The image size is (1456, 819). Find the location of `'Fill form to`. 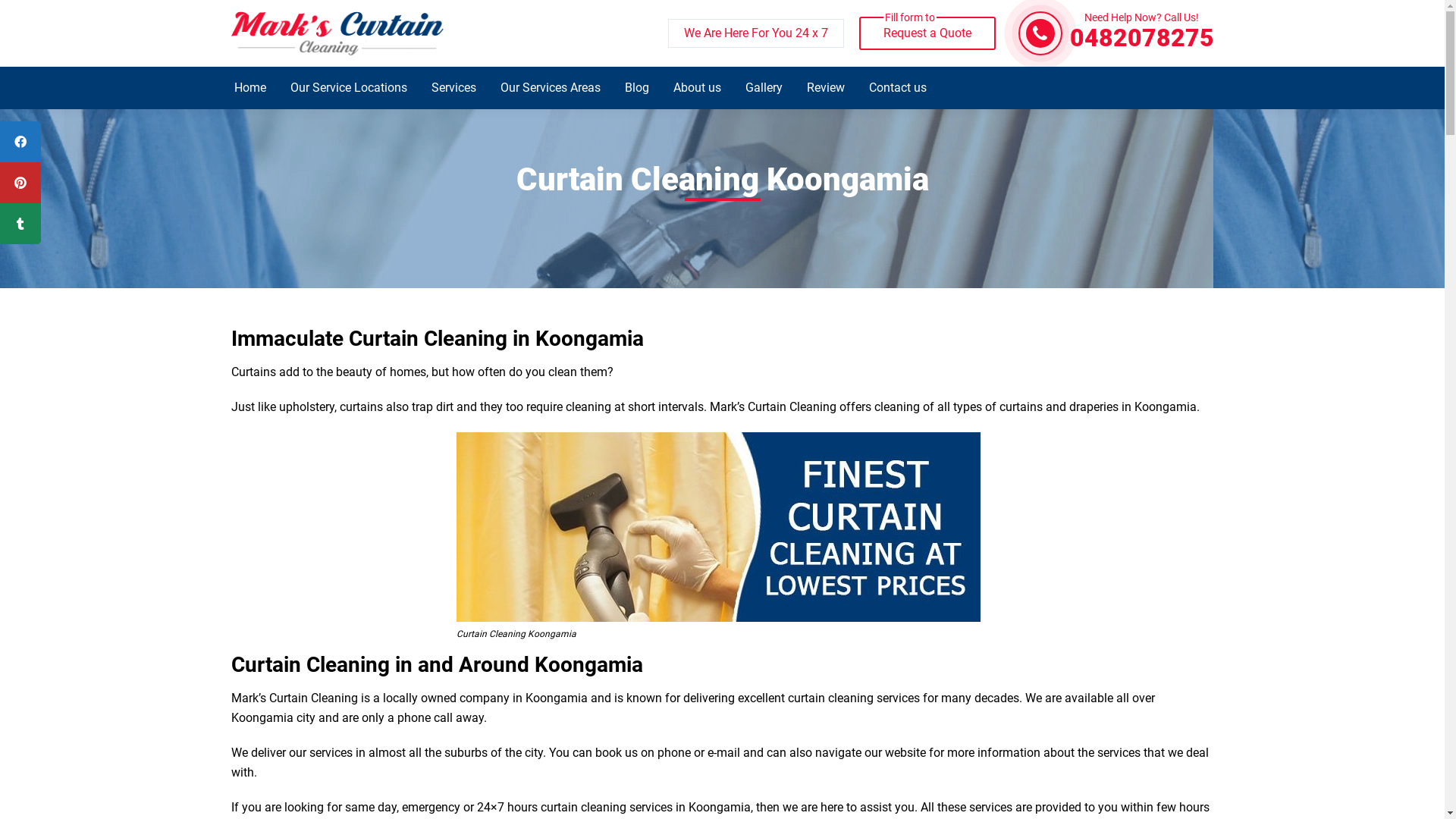

'Fill form to is located at coordinates (926, 33).